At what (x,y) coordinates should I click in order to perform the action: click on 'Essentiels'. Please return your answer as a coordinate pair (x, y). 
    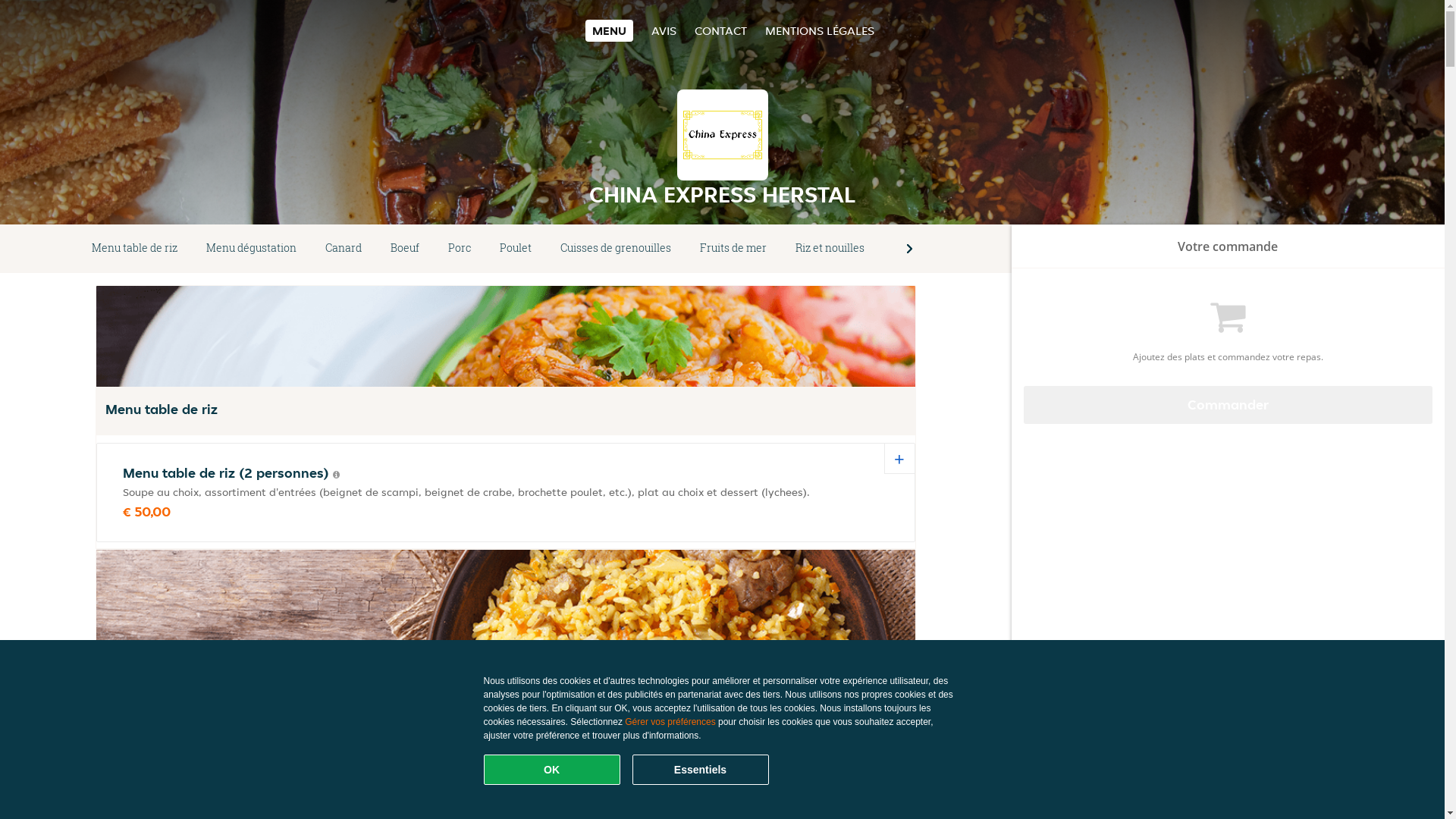
    Looking at the image, I should click on (699, 769).